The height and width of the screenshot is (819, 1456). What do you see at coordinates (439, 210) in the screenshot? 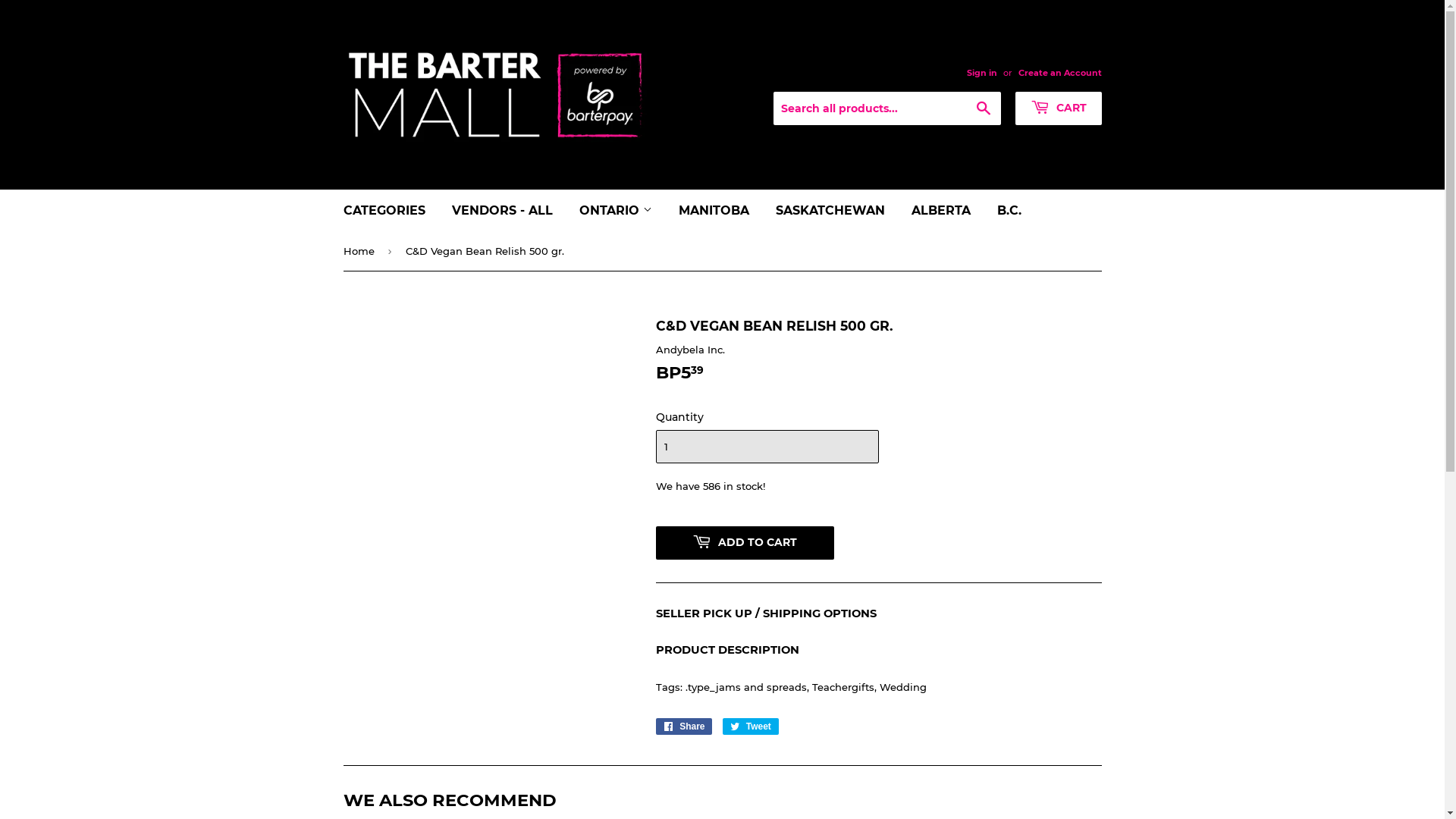
I see `'VENDORS - ALL'` at bounding box center [439, 210].